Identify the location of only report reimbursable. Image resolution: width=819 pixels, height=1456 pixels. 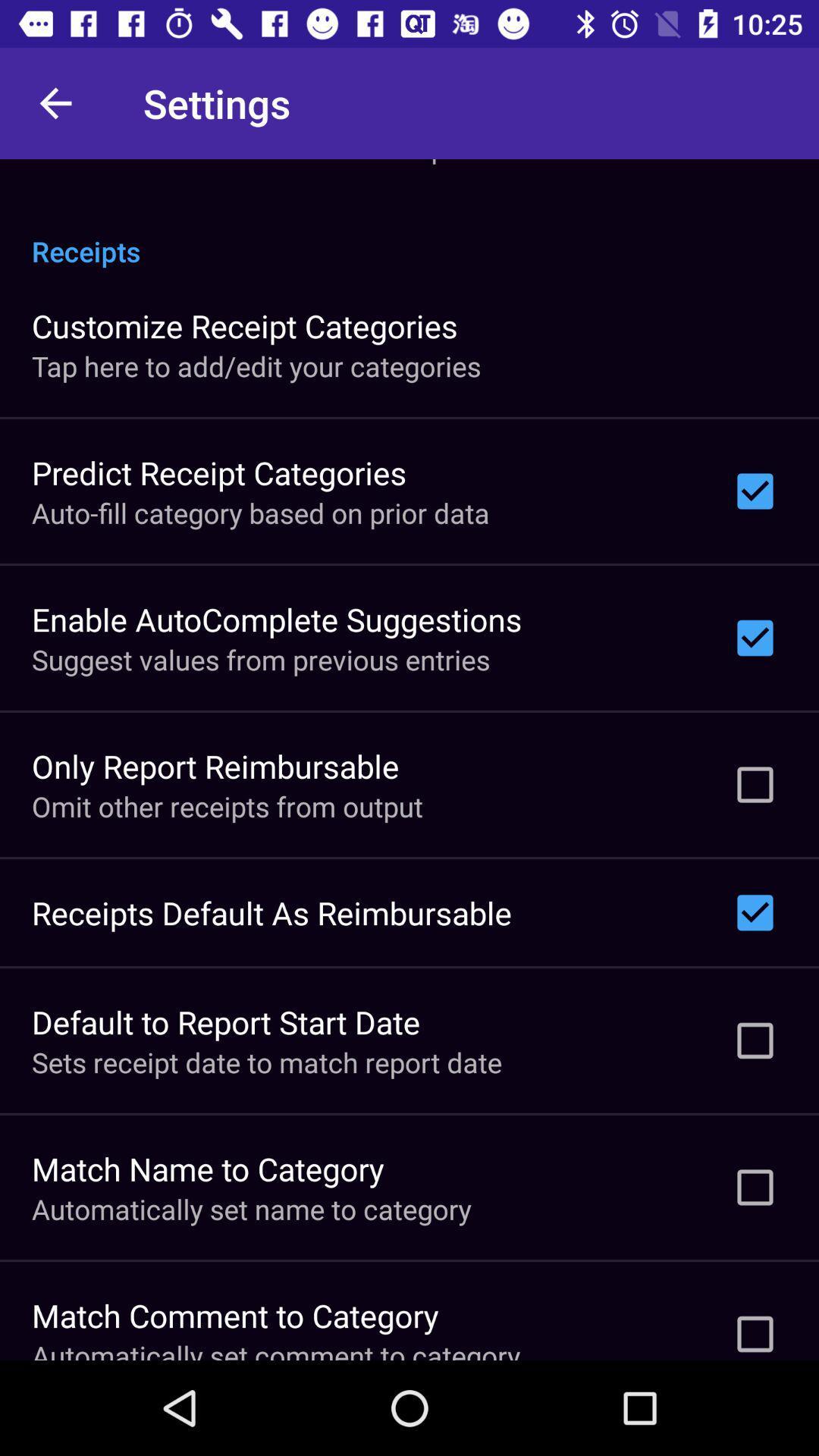
(215, 766).